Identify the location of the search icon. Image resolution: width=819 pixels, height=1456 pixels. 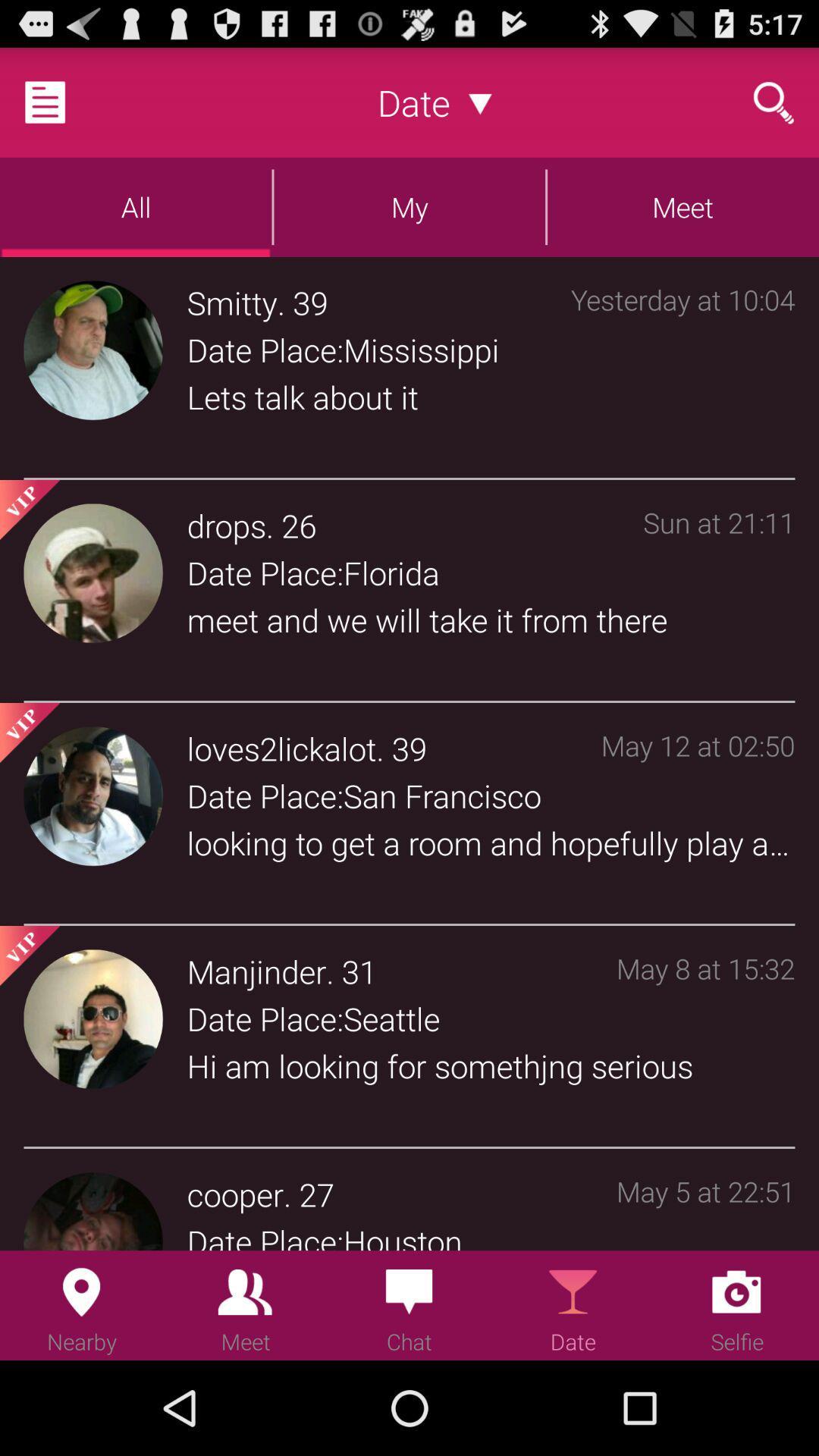
(773, 108).